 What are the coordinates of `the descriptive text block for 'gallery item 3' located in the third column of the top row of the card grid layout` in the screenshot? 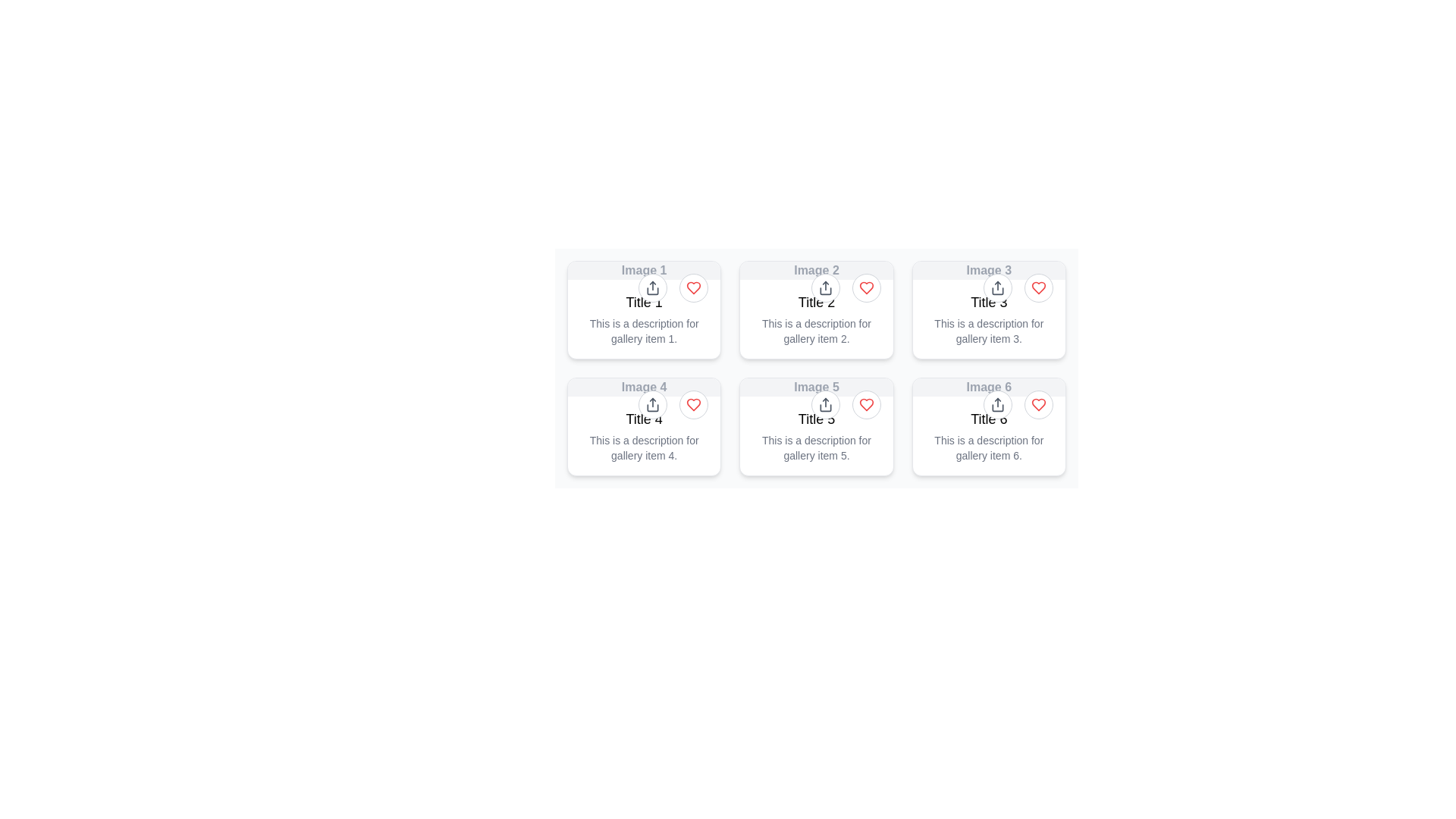 It's located at (989, 330).